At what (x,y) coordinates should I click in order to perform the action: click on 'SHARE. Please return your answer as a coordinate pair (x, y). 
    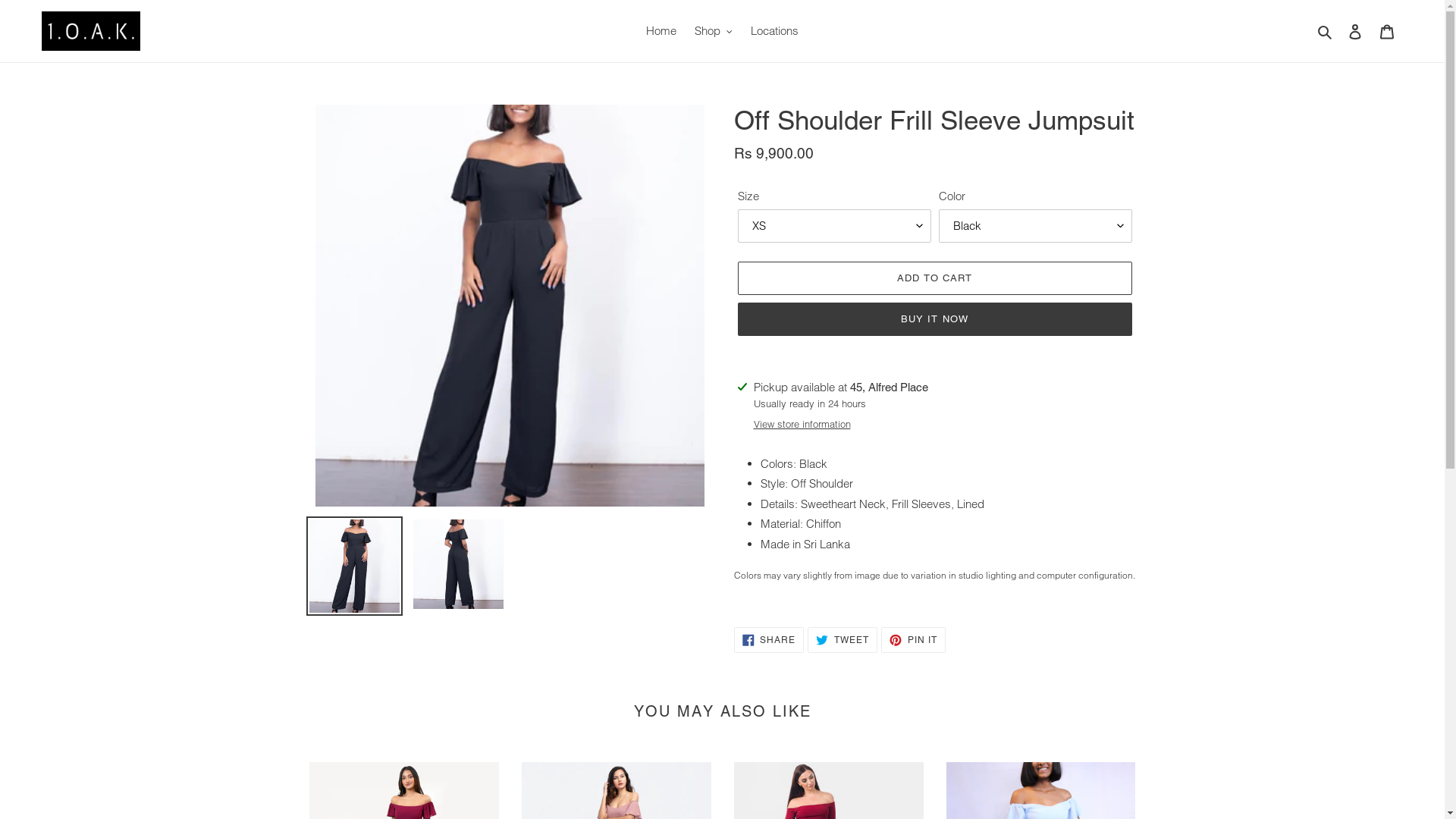
    Looking at the image, I should click on (769, 640).